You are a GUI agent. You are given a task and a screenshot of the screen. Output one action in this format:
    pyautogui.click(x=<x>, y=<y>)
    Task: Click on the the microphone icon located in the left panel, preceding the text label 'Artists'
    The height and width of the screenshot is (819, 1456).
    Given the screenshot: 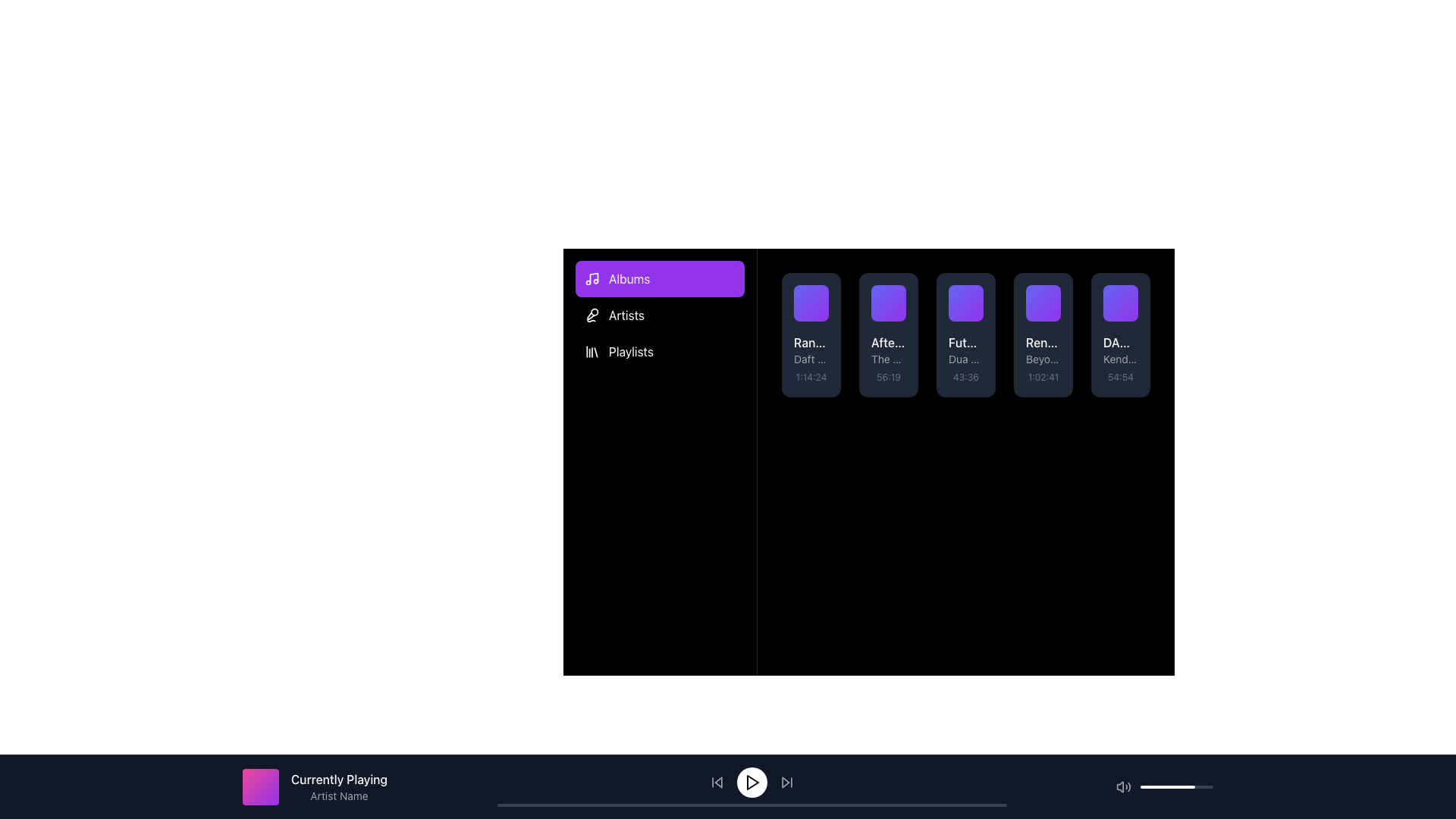 What is the action you would take?
    pyautogui.click(x=591, y=315)
    